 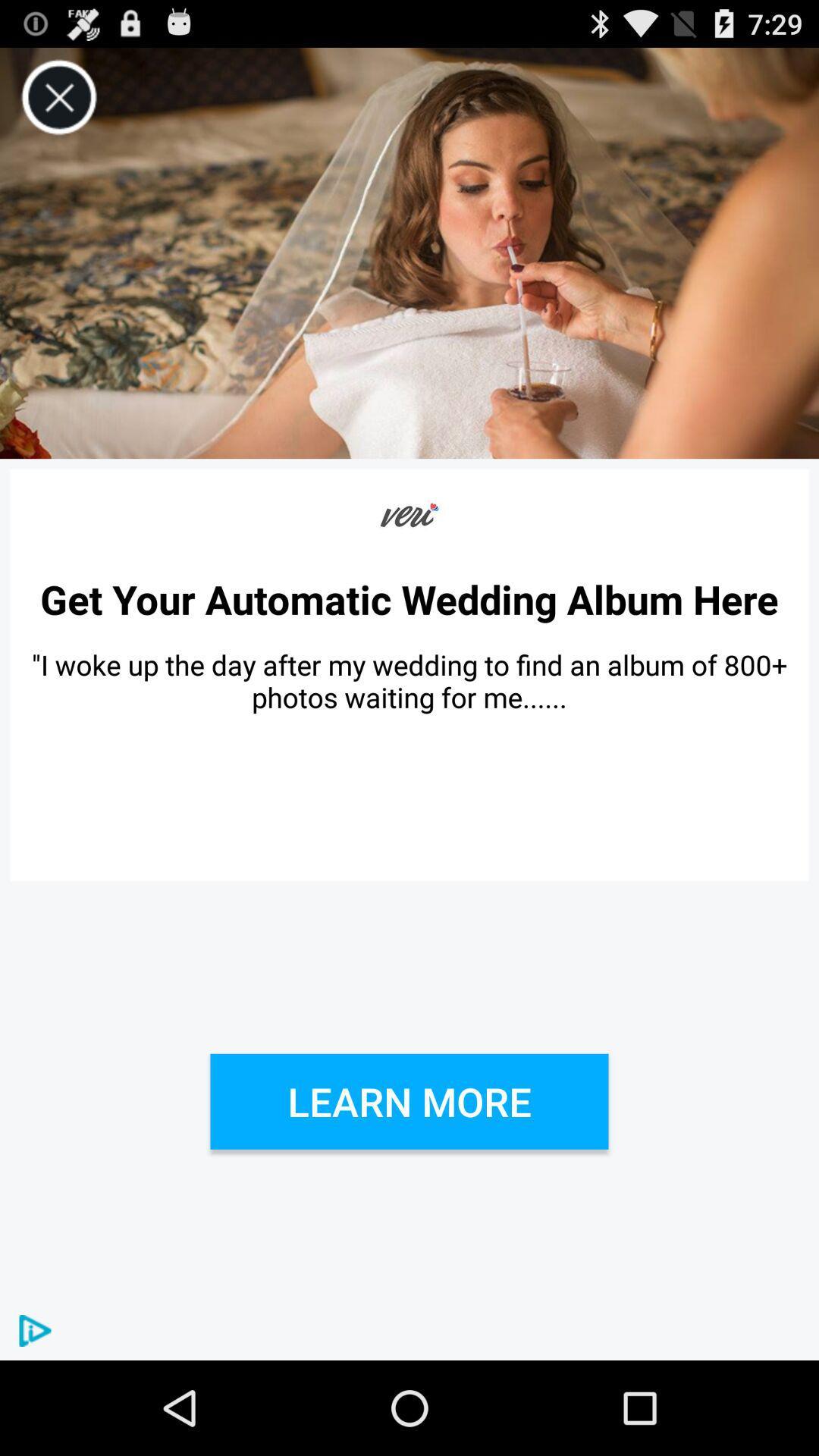 I want to click on the icon above the learn more, so click(x=409, y=680).